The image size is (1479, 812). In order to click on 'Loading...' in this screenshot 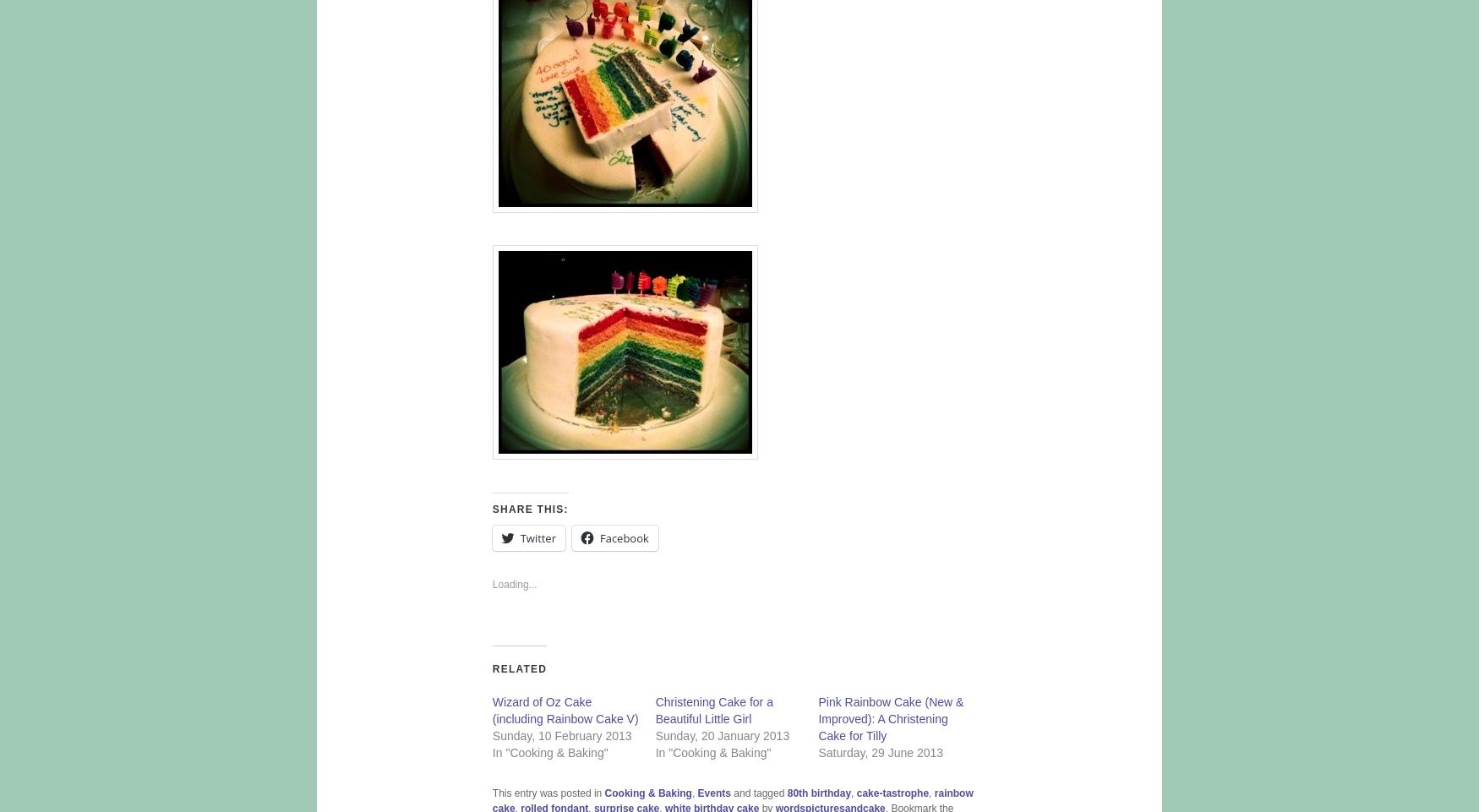, I will do `click(514, 584)`.